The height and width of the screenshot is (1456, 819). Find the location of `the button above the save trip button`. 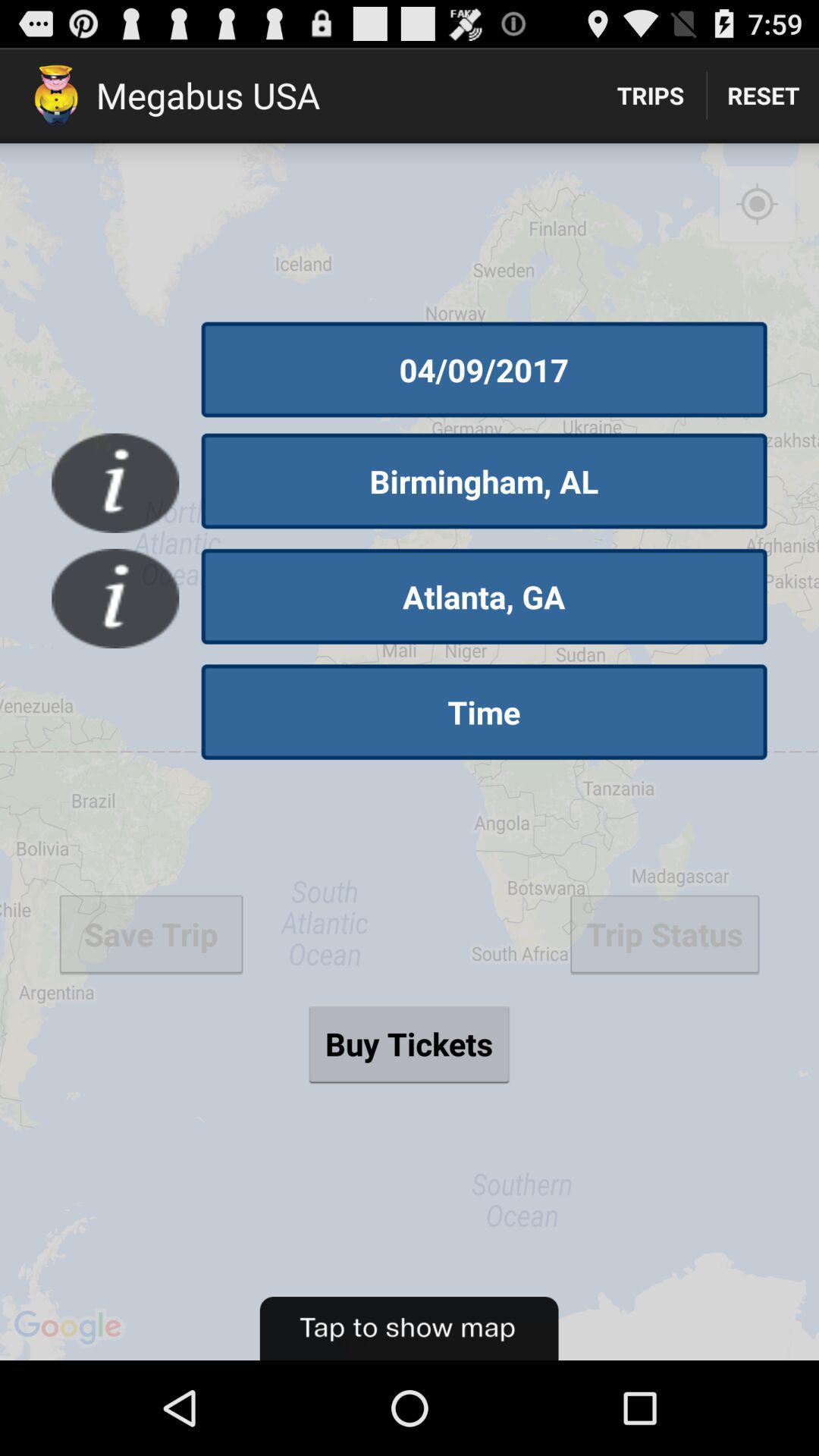

the button above the save trip button is located at coordinates (115, 598).